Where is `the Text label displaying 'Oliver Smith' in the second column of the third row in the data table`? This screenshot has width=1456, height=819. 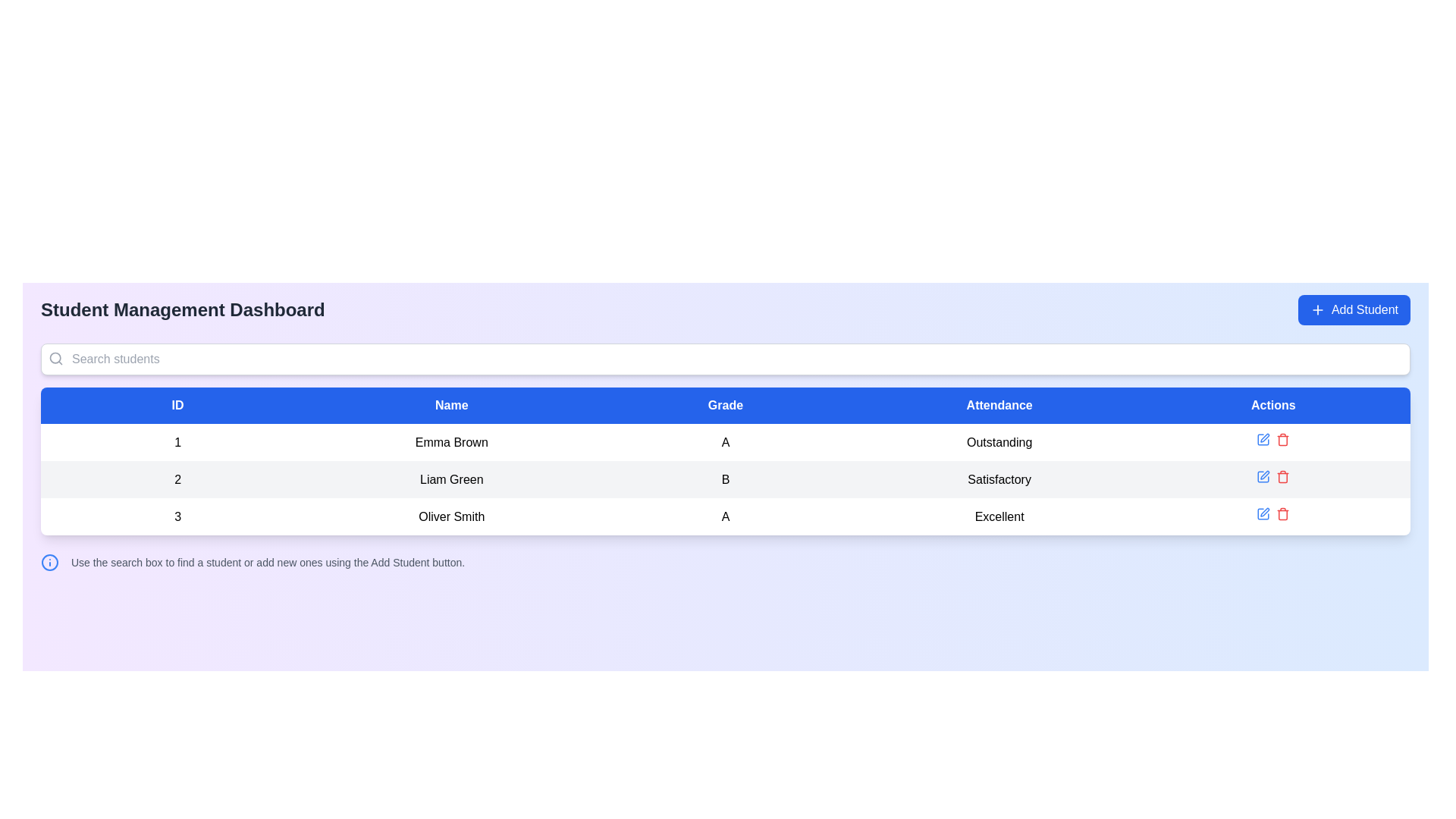
the Text label displaying 'Oliver Smith' in the second column of the third row in the data table is located at coordinates (450, 516).